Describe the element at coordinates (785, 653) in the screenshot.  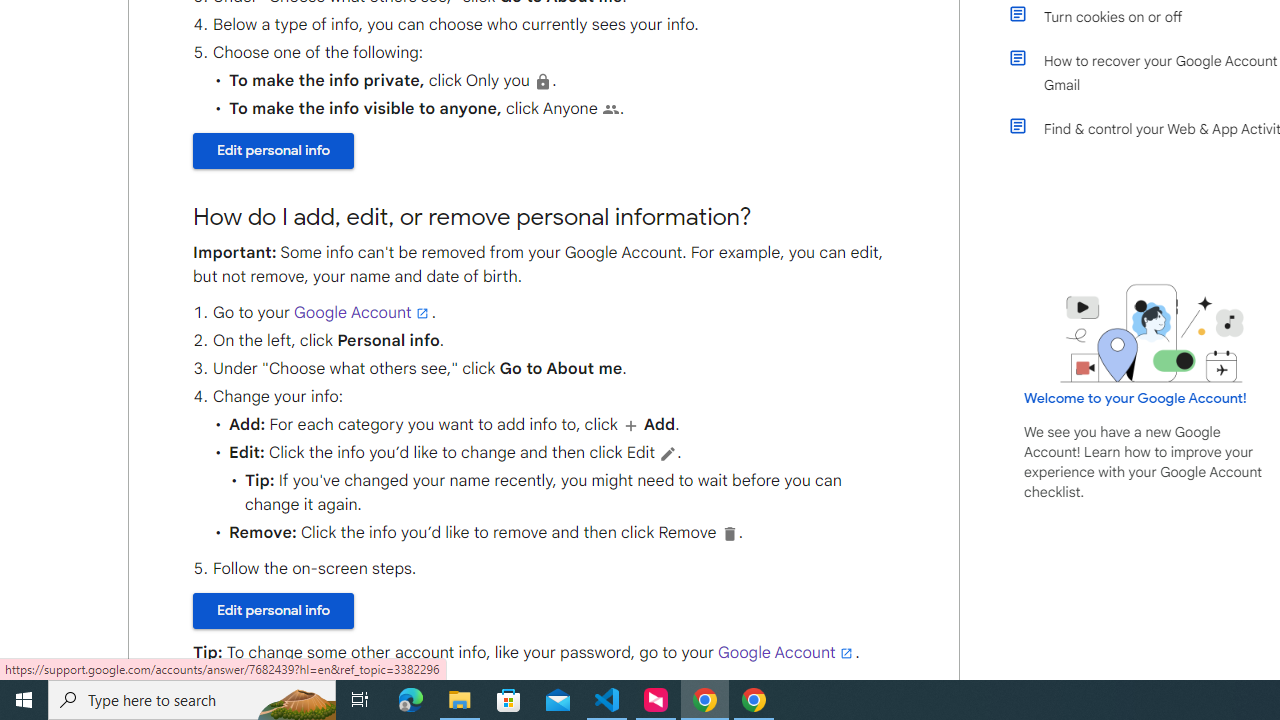
I see `'Google Account'` at that location.